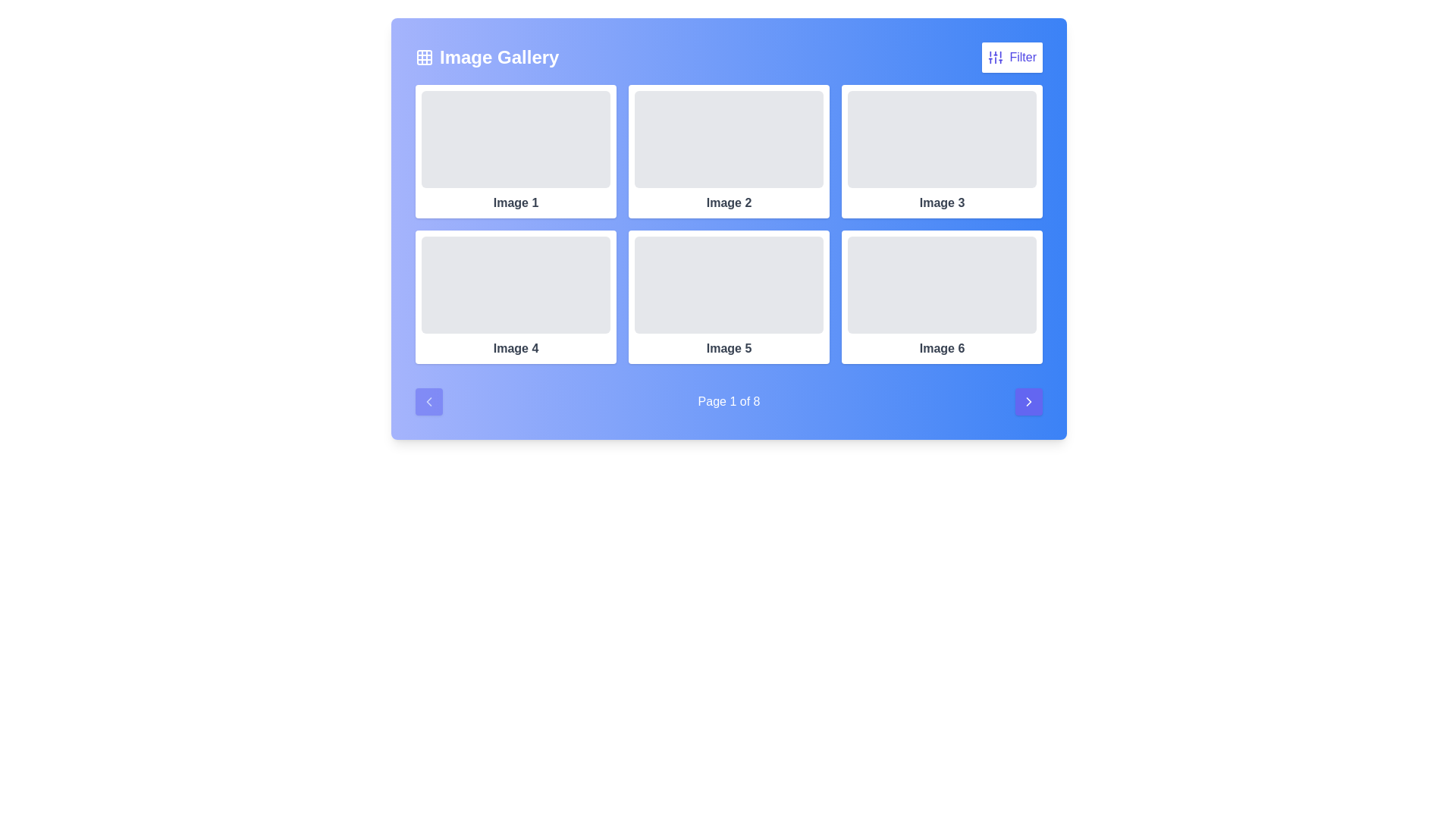 This screenshot has height=819, width=1456. I want to click on the image placeholder located in the first row, second column of the grid, so click(729, 140).